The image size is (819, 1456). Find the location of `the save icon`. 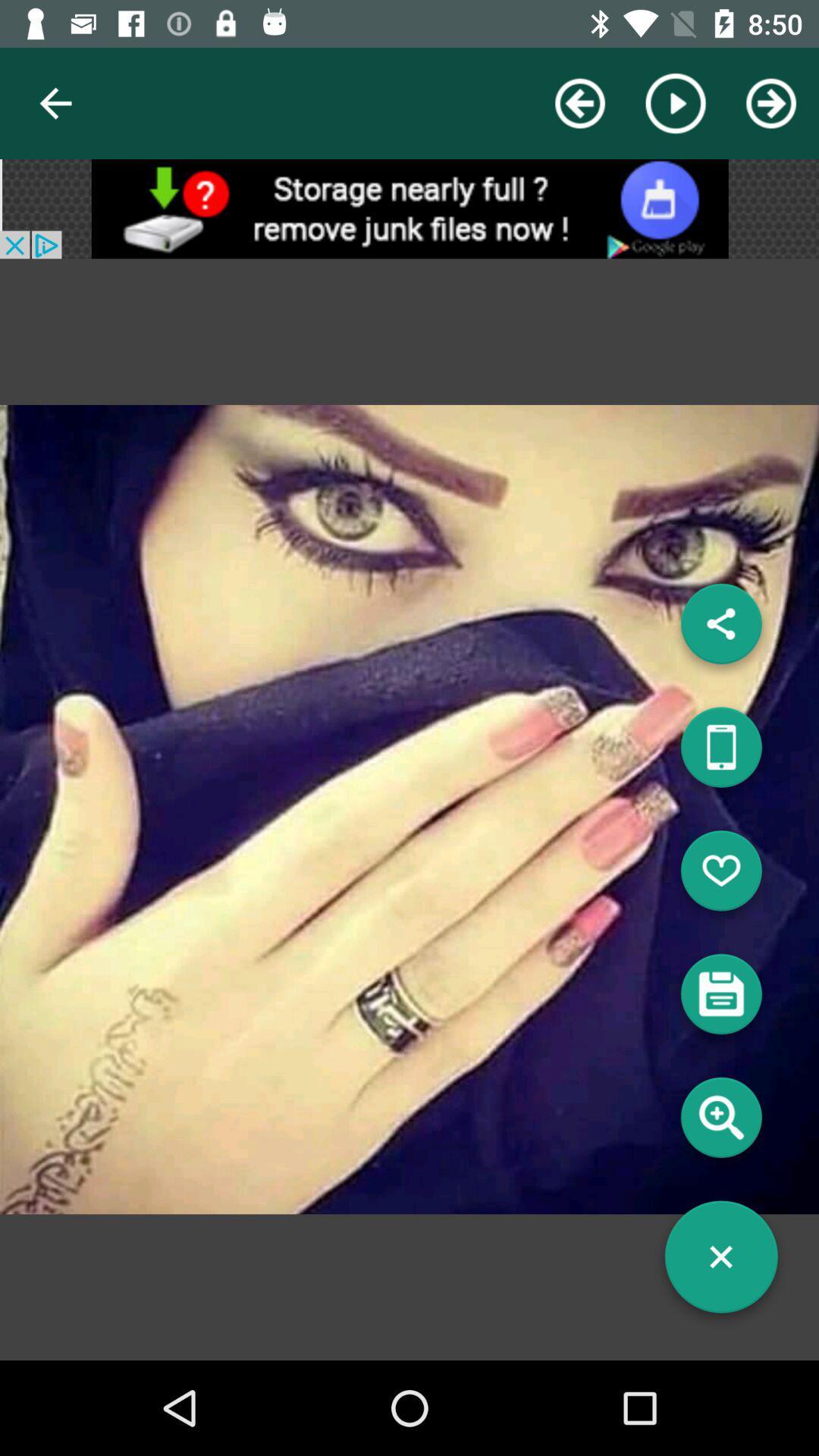

the save icon is located at coordinates (720, 999).